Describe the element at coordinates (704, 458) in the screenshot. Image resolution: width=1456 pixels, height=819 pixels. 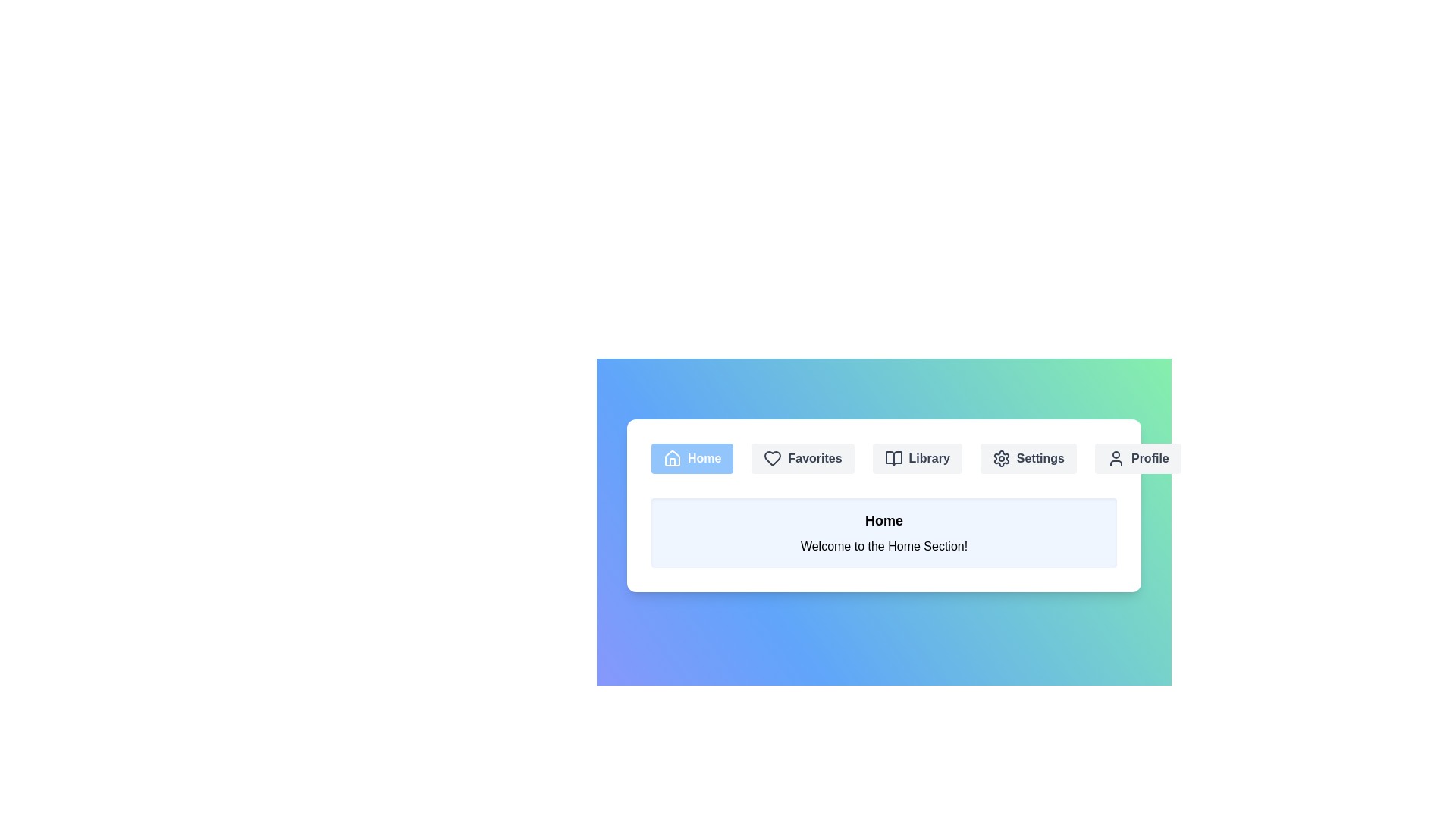
I see `the 'Home' label in the navigation menu, which is located to the right of the house icon at the top left of the interface` at that location.